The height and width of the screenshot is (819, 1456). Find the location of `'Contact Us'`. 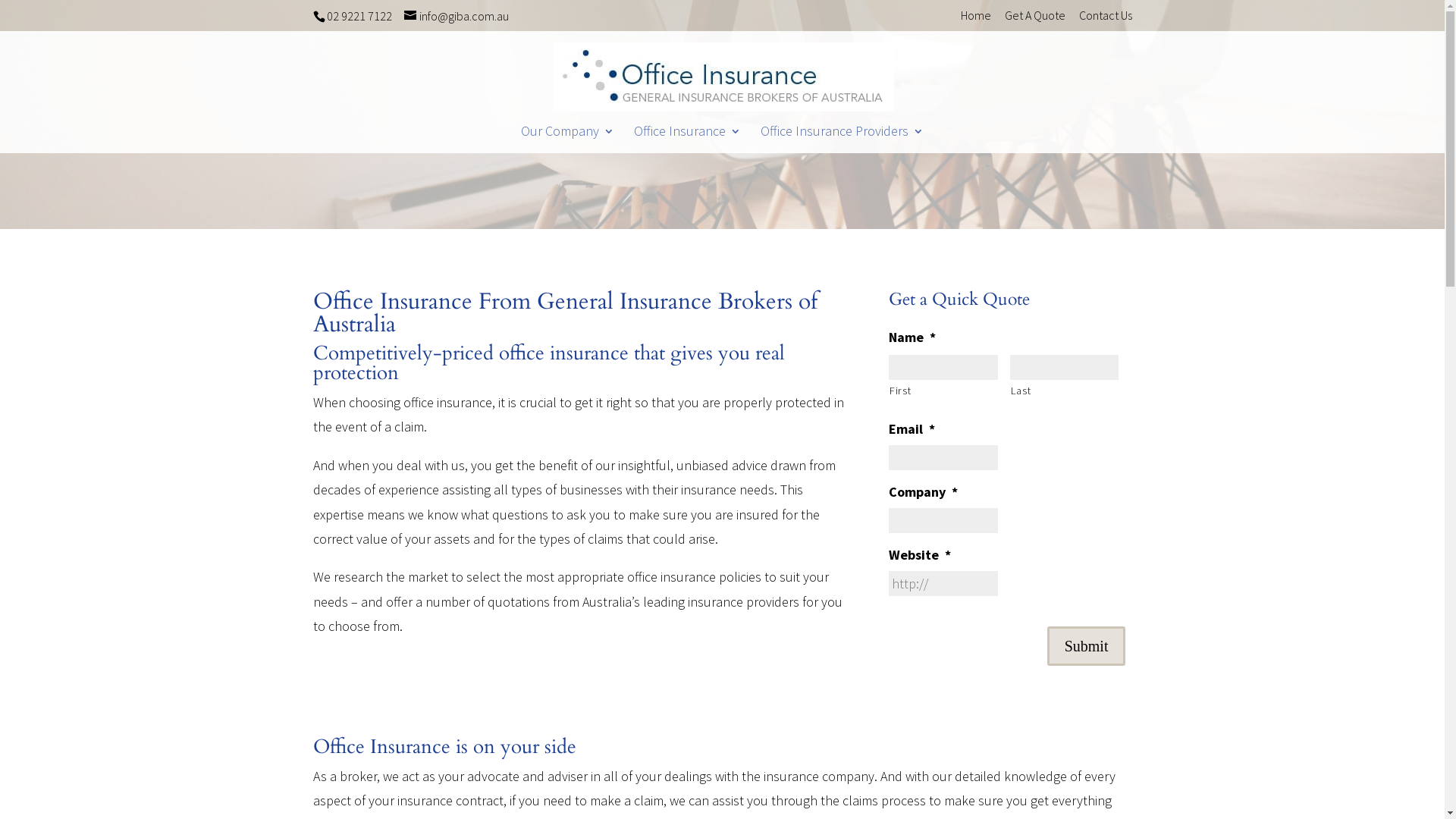

'Contact Us' is located at coordinates (1105, 20).